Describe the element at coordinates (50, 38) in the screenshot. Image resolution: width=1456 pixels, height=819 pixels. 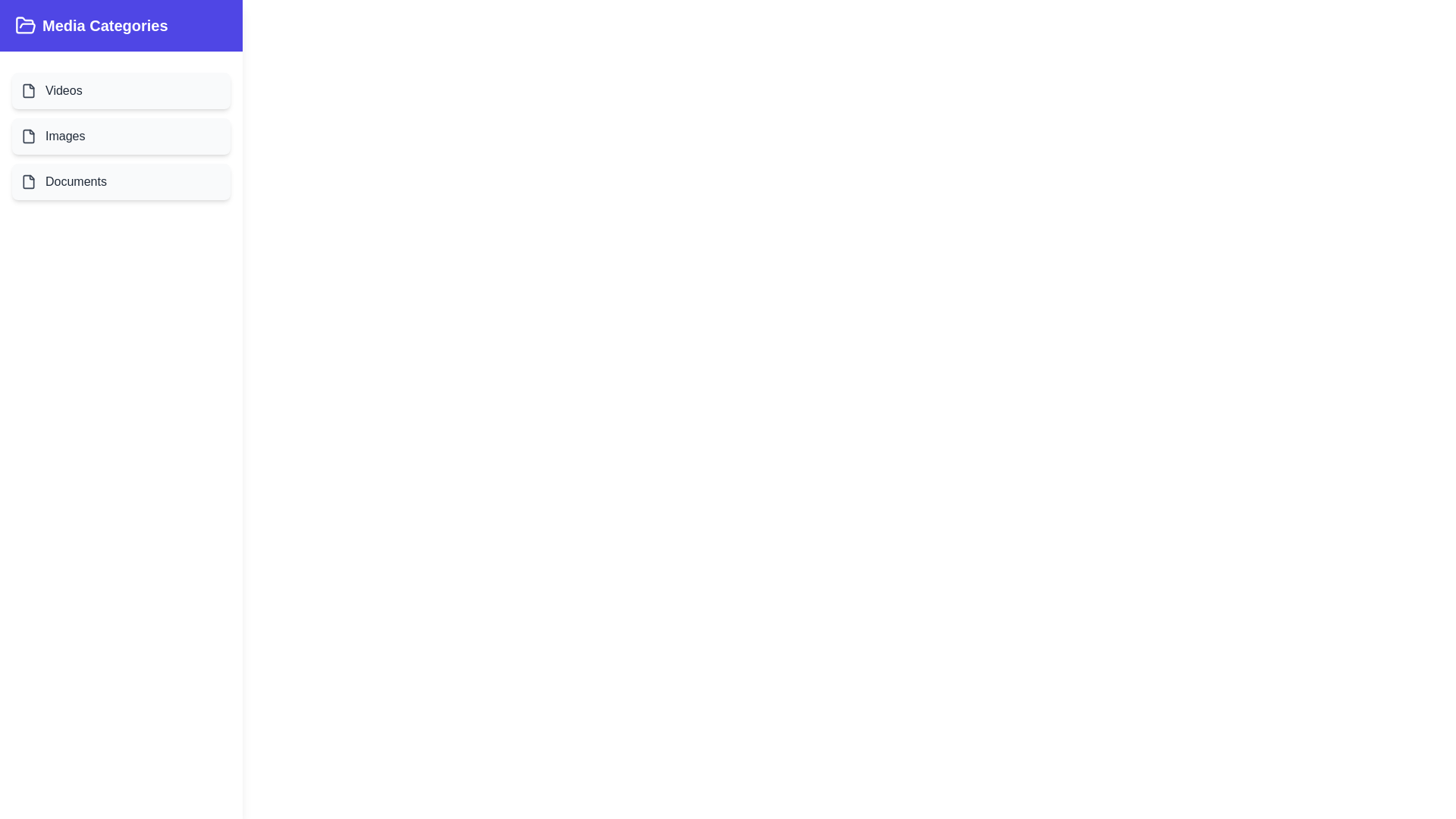
I see `toggle button to close the drawer` at that location.